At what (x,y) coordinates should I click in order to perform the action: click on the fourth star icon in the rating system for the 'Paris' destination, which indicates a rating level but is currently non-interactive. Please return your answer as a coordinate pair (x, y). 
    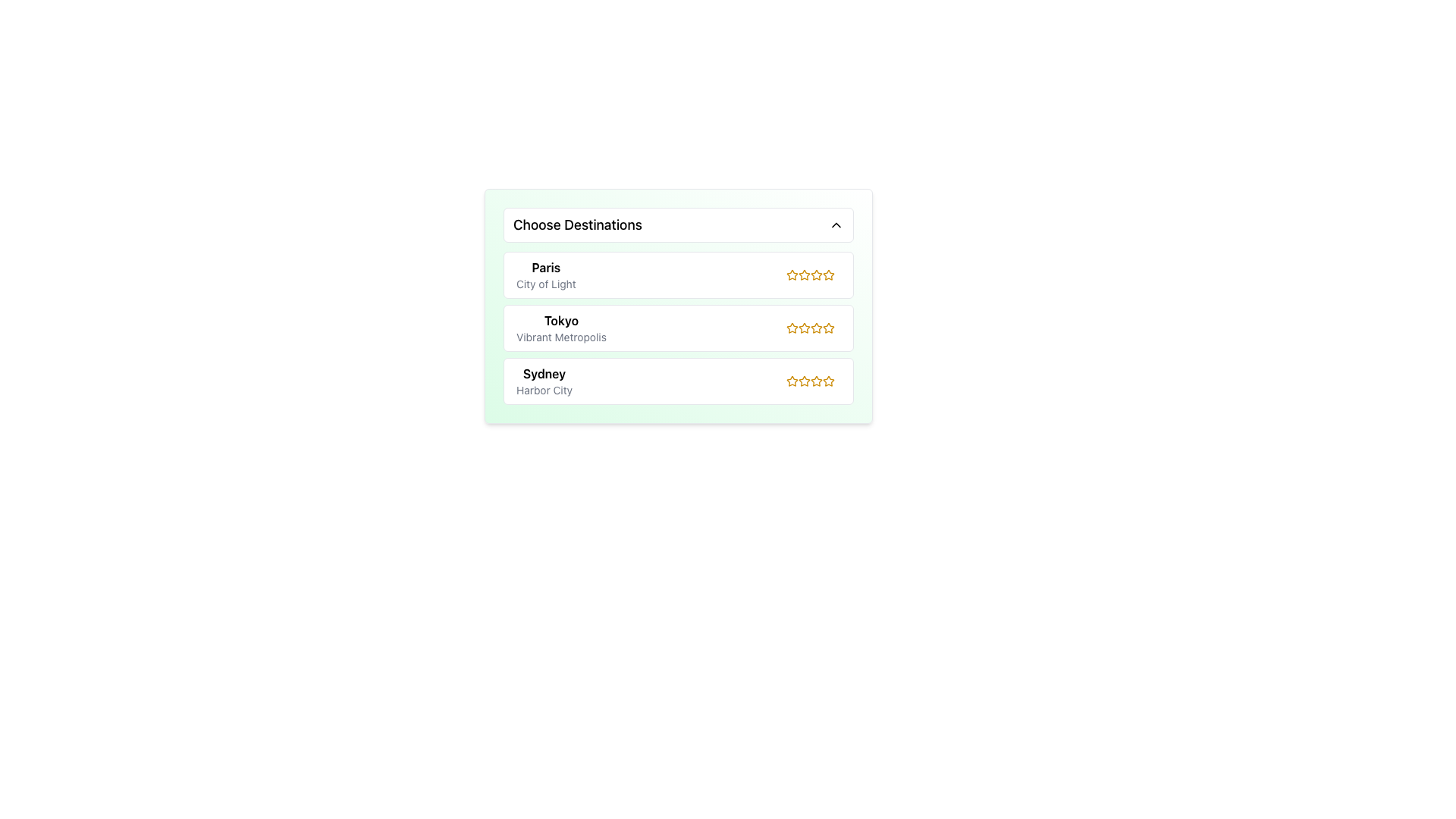
    Looking at the image, I should click on (815, 275).